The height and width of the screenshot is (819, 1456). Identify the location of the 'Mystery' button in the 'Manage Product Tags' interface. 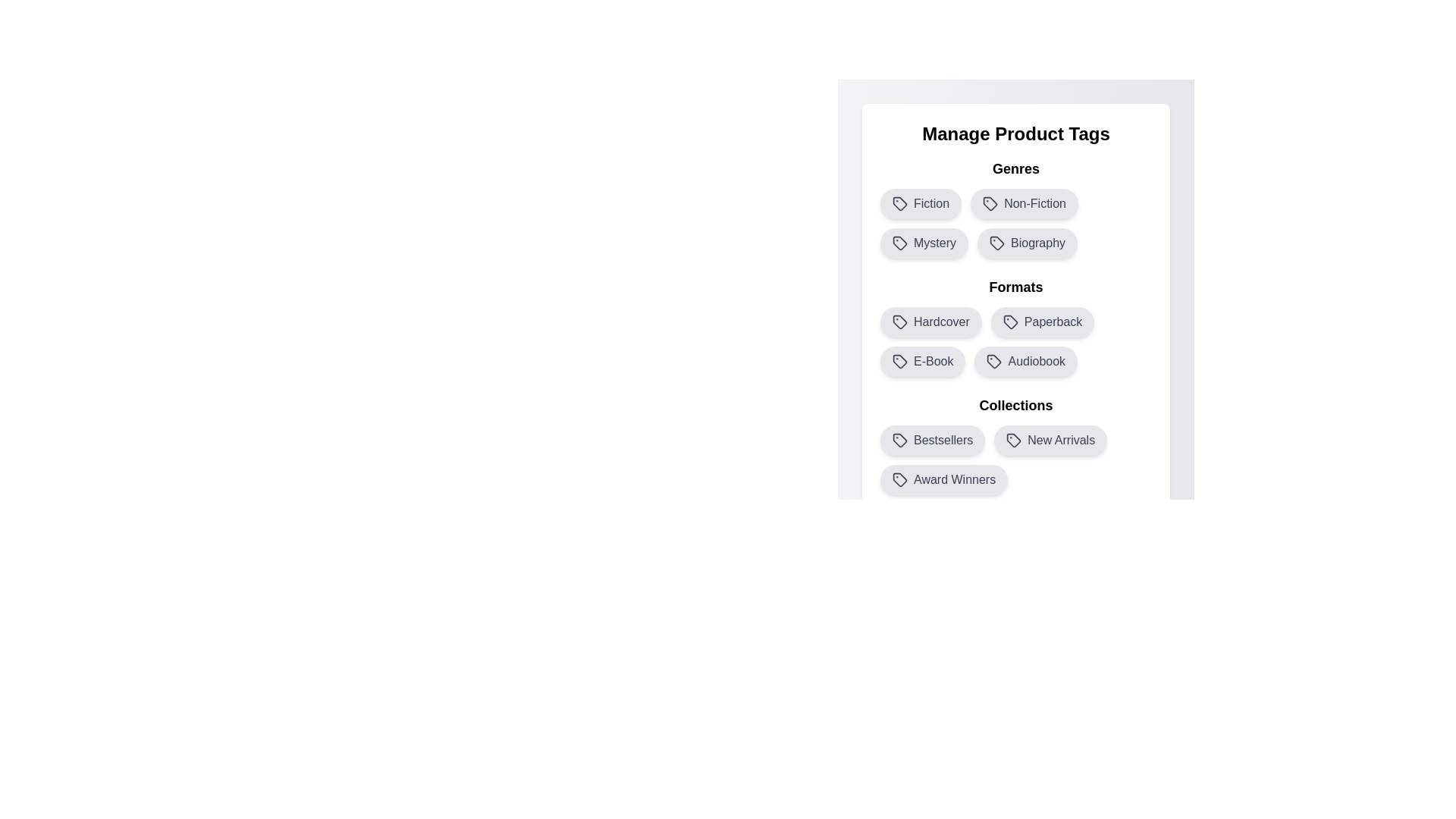
(924, 242).